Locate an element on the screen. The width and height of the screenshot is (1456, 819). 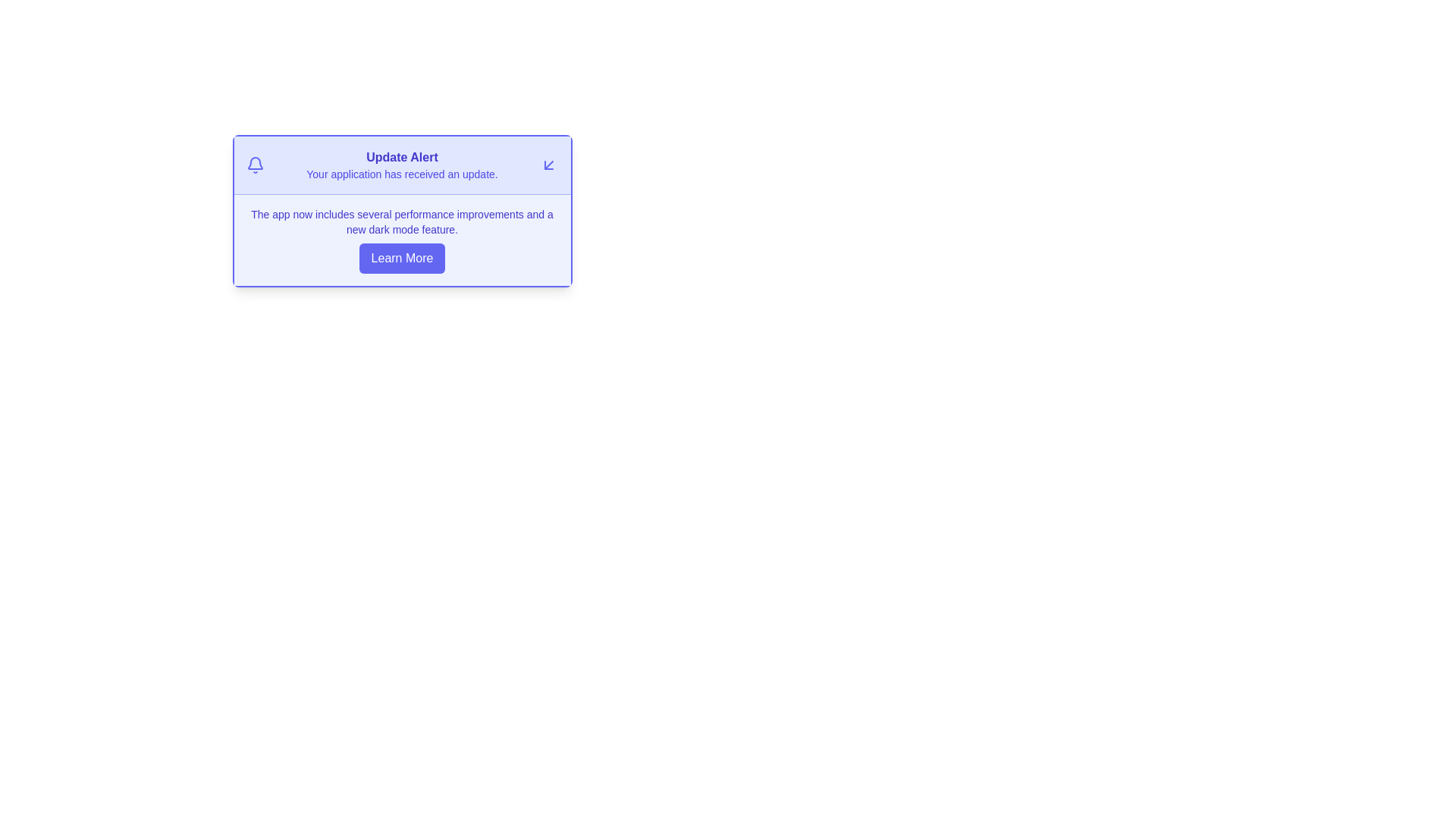
the bell icon to focus on it is located at coordinates (255, 165).